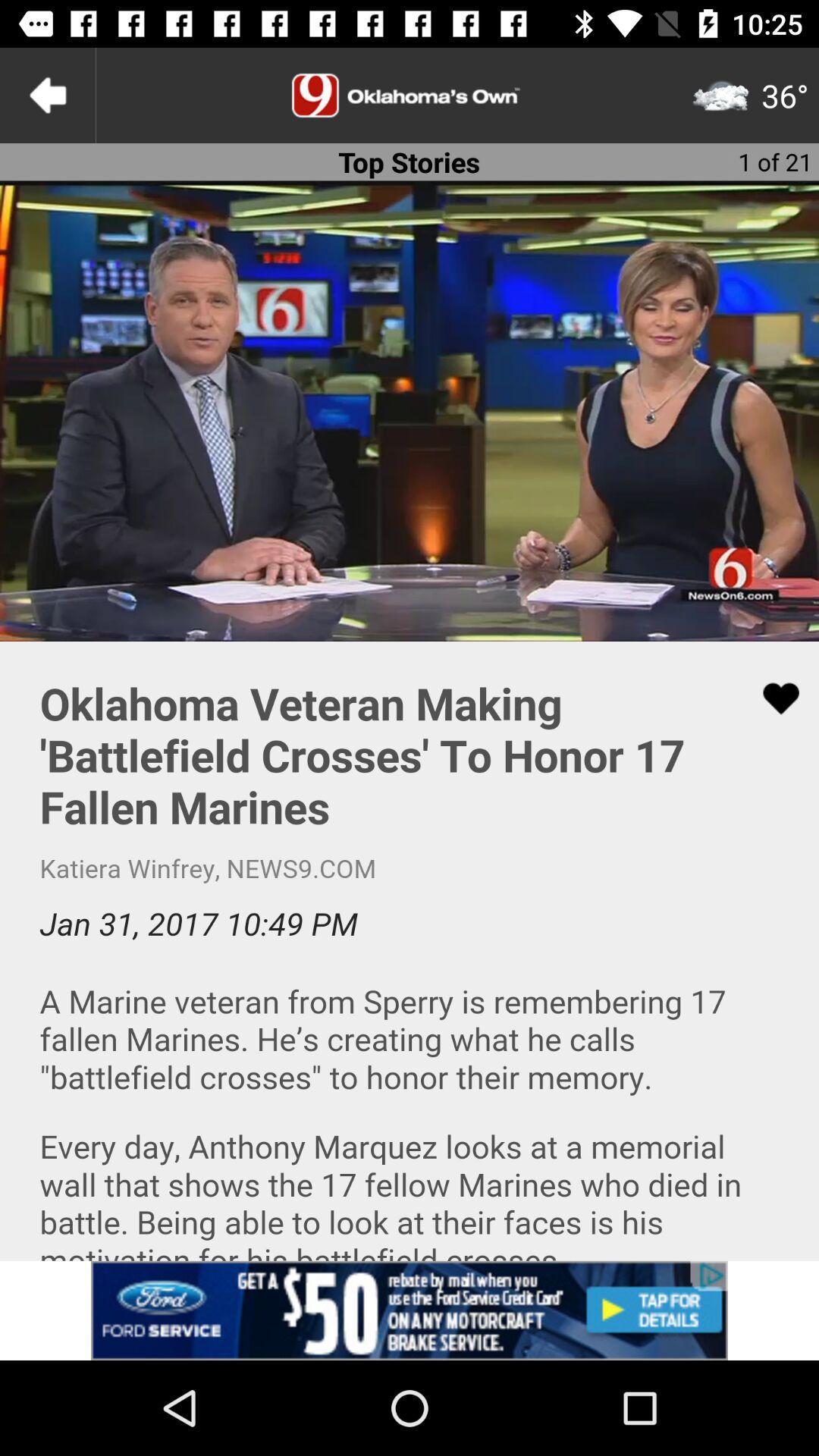  I want to click on back farce, so click(46, 94).